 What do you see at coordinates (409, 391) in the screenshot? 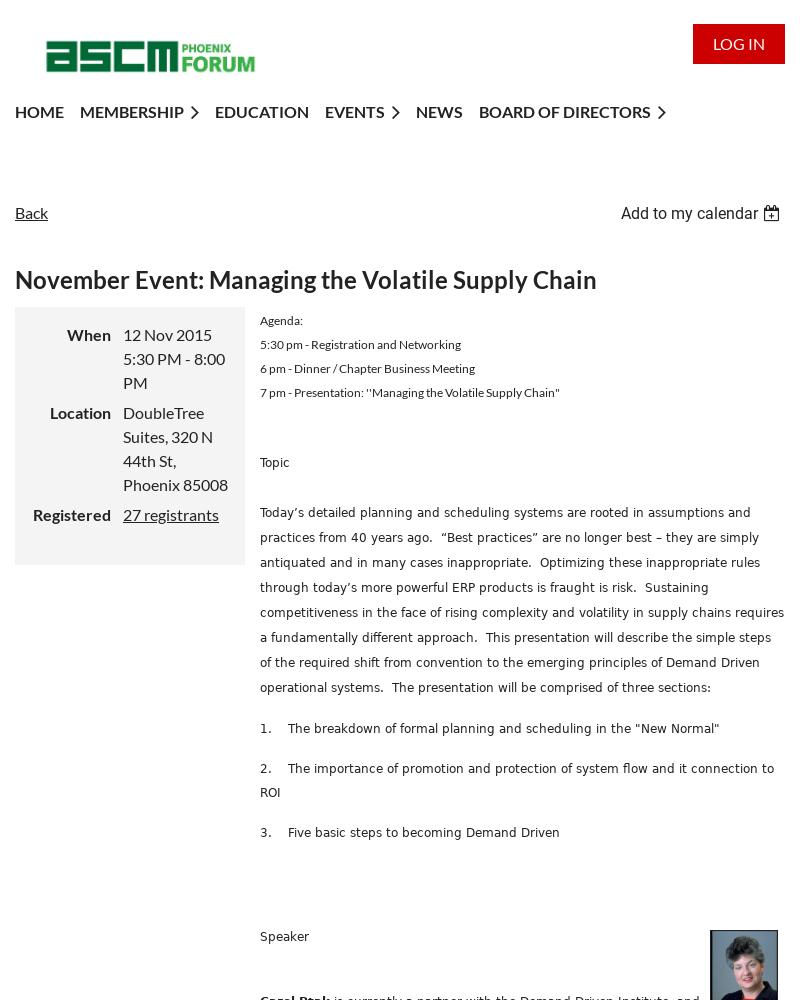
I see `'7 pm - Presentation: ''Managing the Volatile Supply Chain"'` at bounding box center [409, 391].